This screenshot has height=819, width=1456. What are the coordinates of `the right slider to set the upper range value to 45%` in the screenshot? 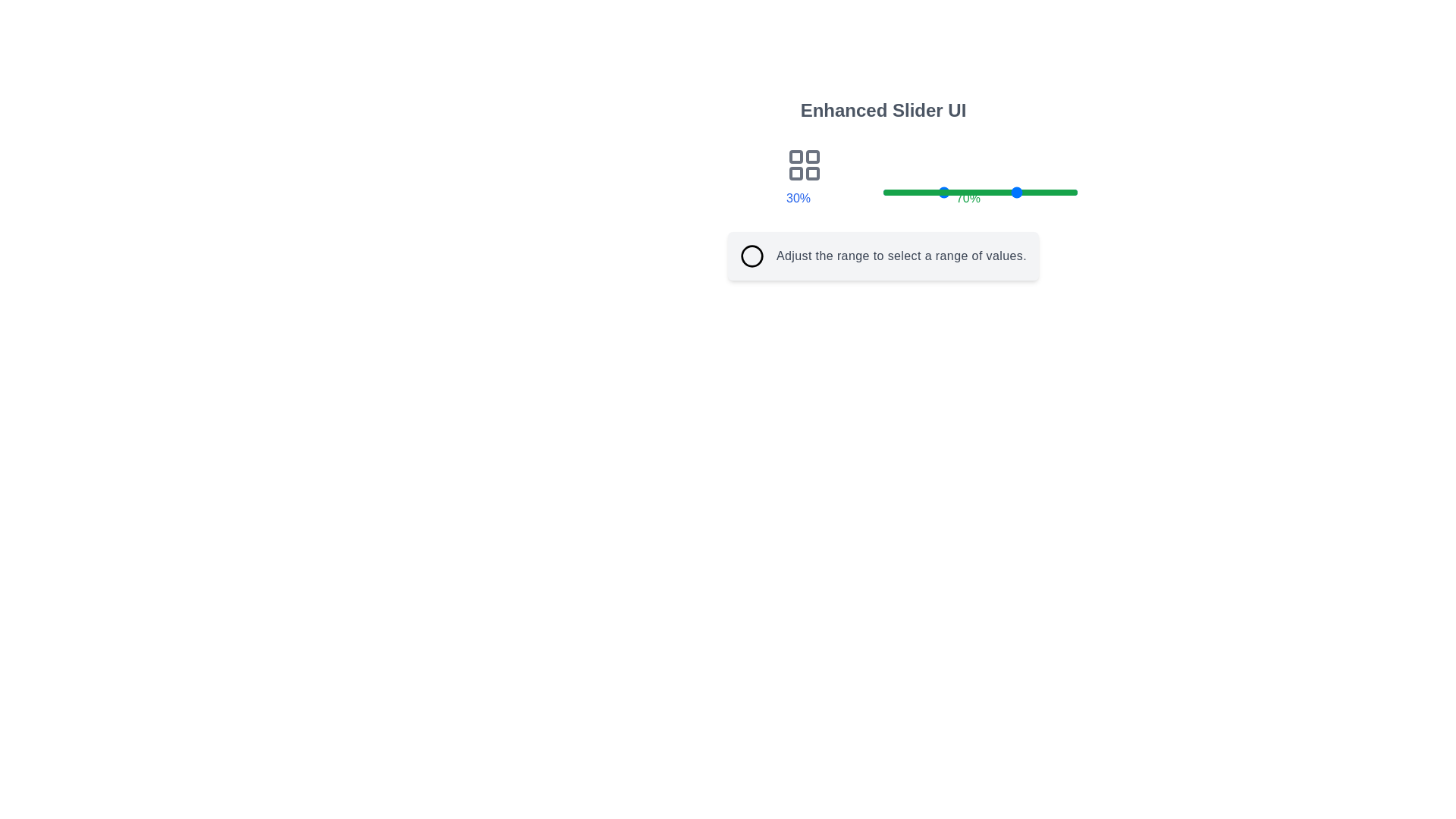 It's located at (971, 192).